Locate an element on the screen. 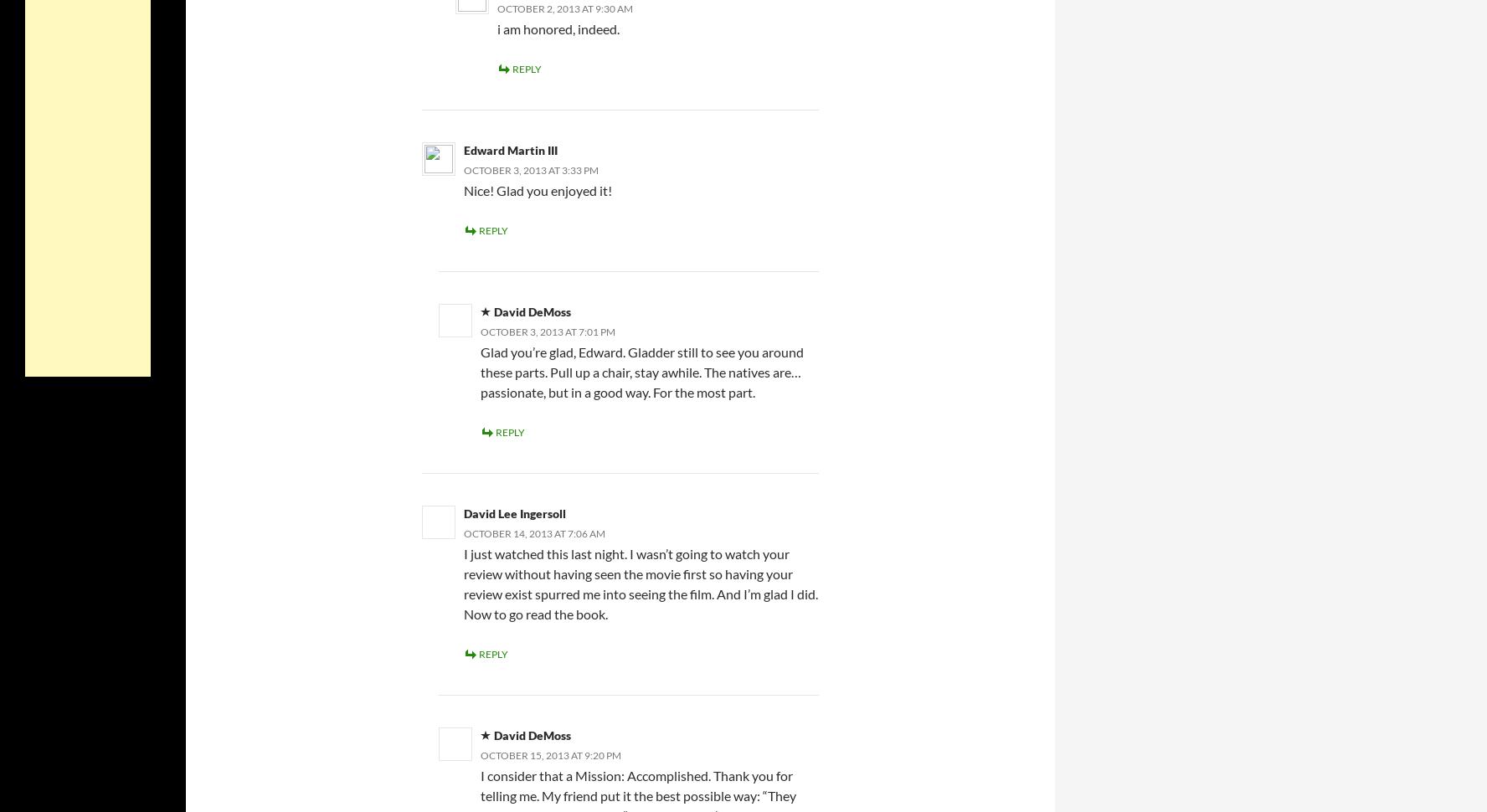 The width and height of the screenshot is (1487, 812). 'Nice!  Glad you enjoyed it!' is located at coordinates (537, 189).